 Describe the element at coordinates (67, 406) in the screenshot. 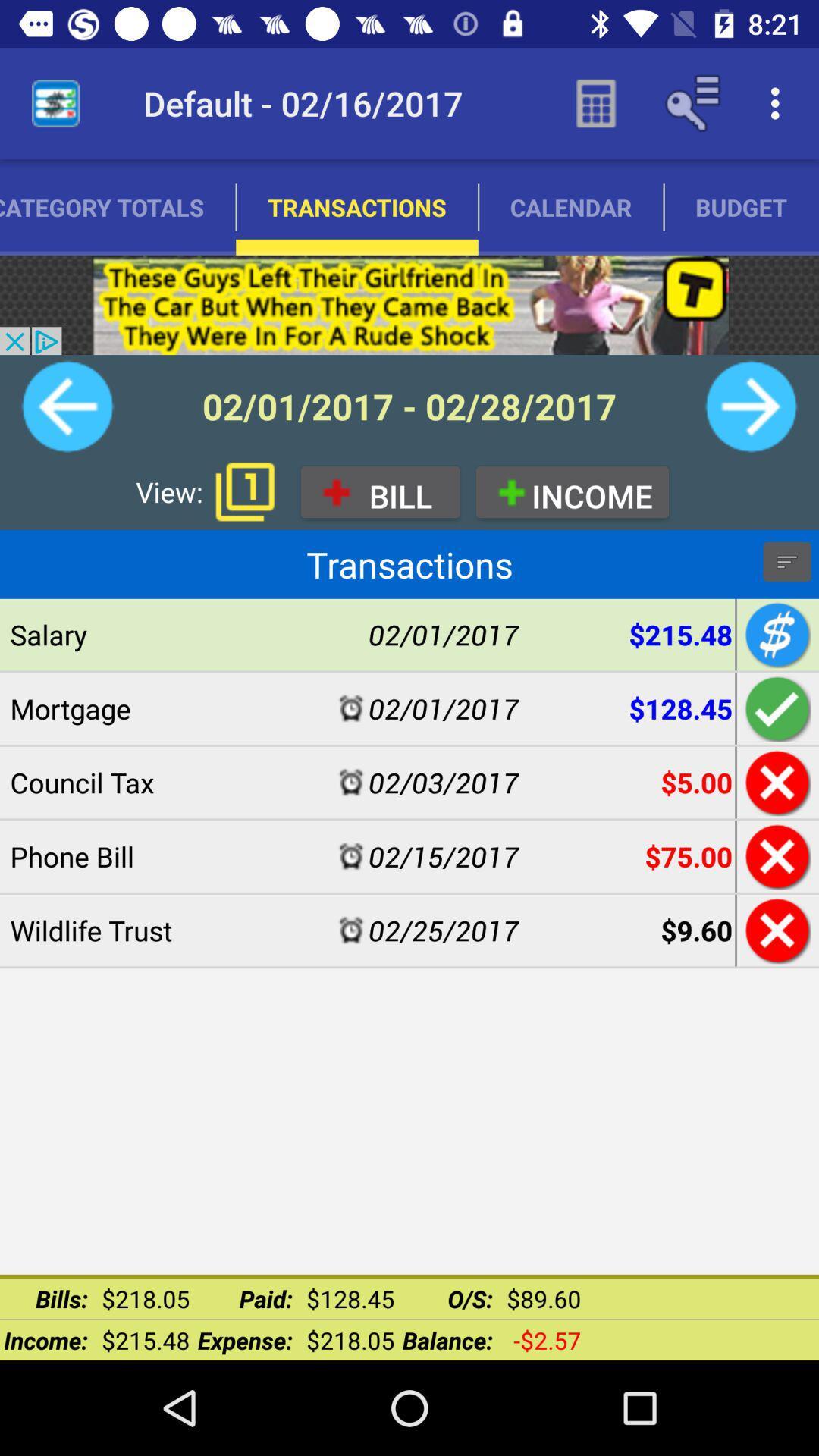

I see `the arrow_backward icon` at that location.